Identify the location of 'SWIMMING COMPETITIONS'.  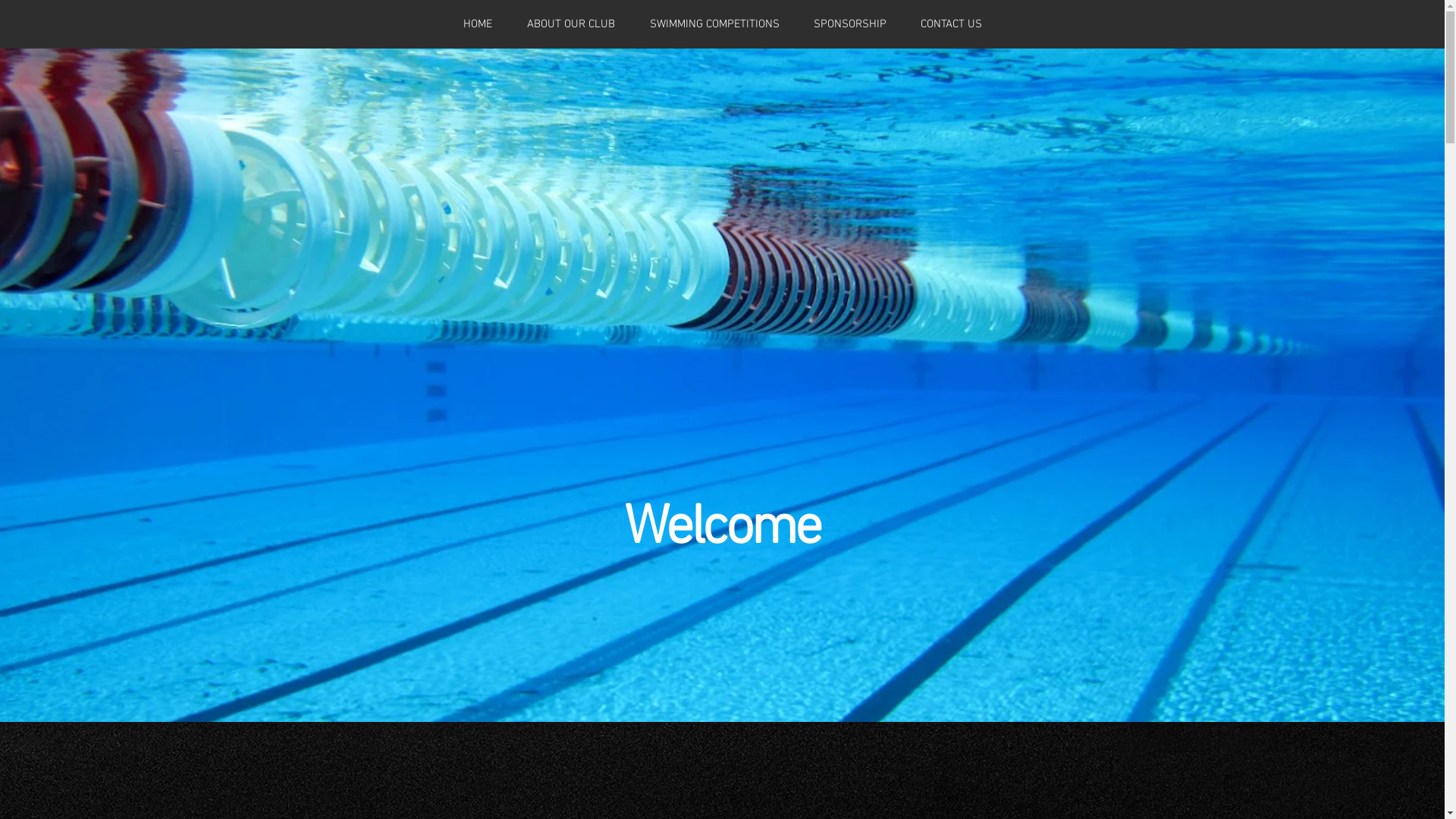
(632, 24).